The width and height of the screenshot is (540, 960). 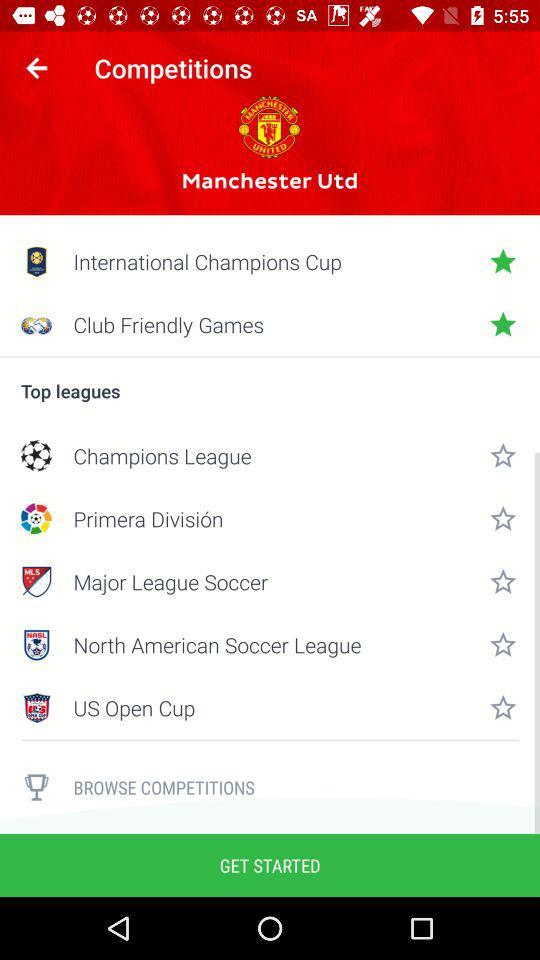 I want to click on item above the us open cup, so click(x=270, y=644).